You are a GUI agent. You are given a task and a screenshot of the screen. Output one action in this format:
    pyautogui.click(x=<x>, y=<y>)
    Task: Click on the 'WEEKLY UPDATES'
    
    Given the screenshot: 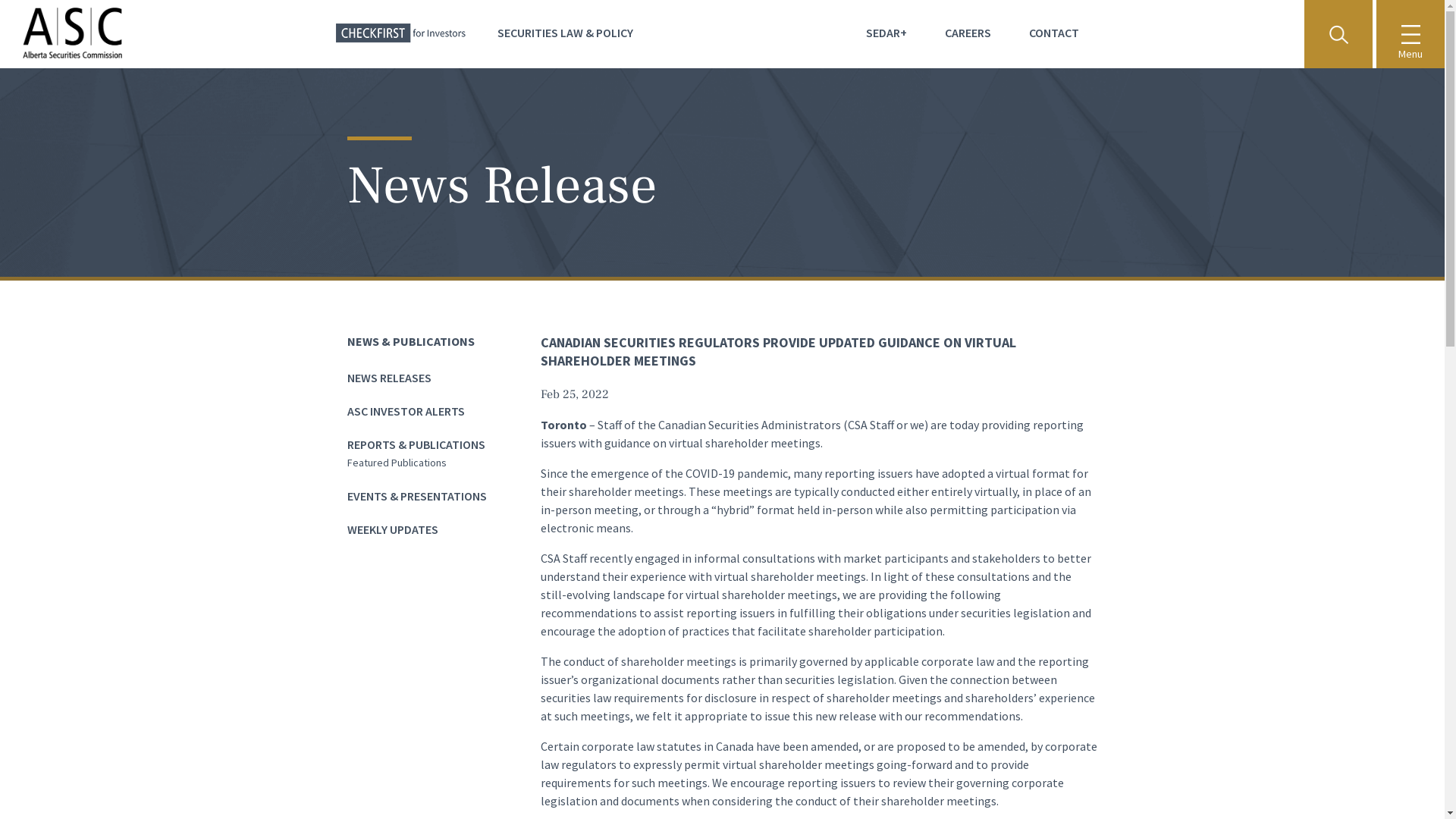 What is the action you would take?
    pyautogui.click(x=393, y=529)
    